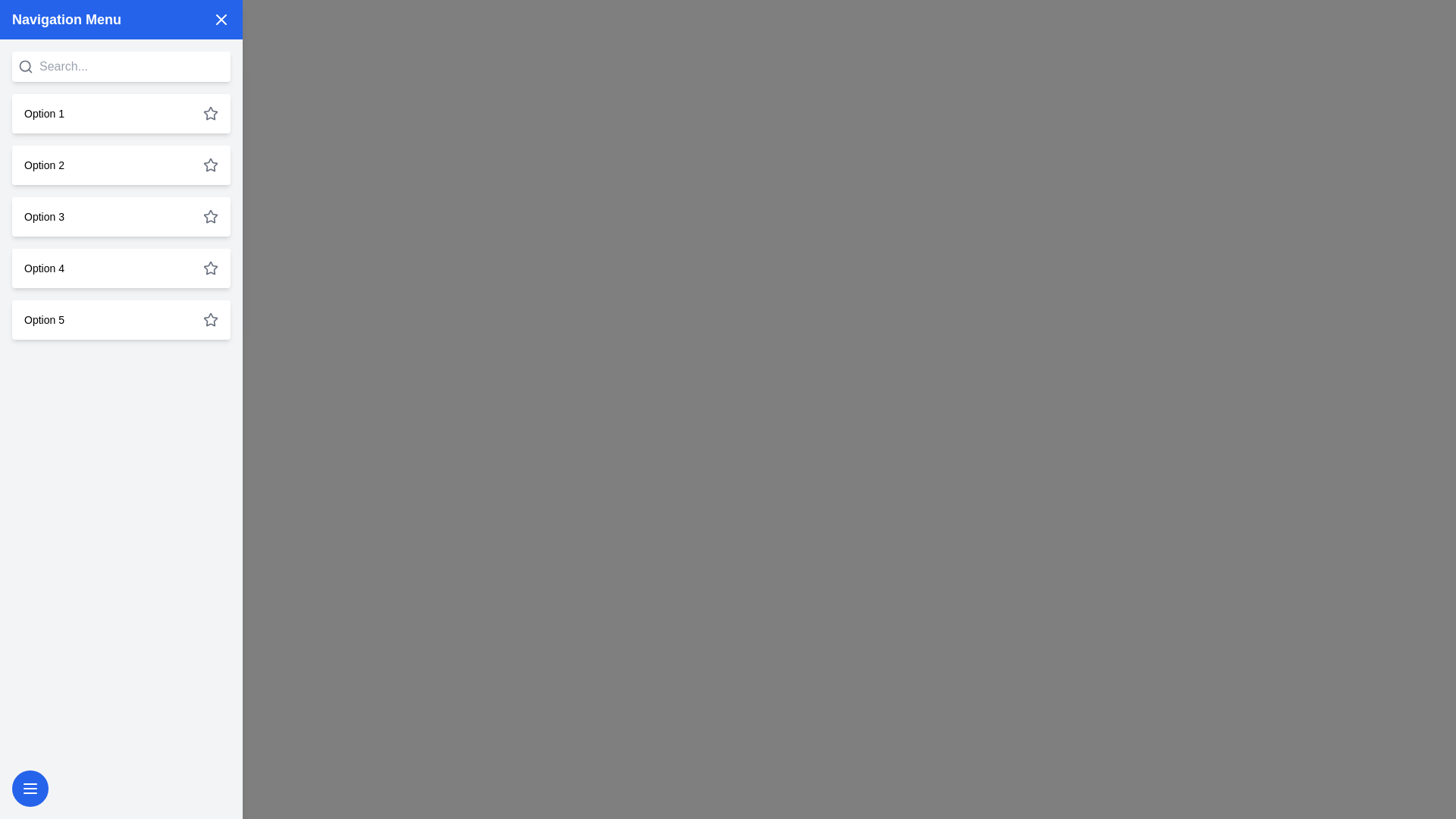  Describe the element at coordinates (65, 20) in the screenshot. I see `the static text label that serves as a title or header for the sidebar menu, located at the top left corner of the sidebar` at that location.